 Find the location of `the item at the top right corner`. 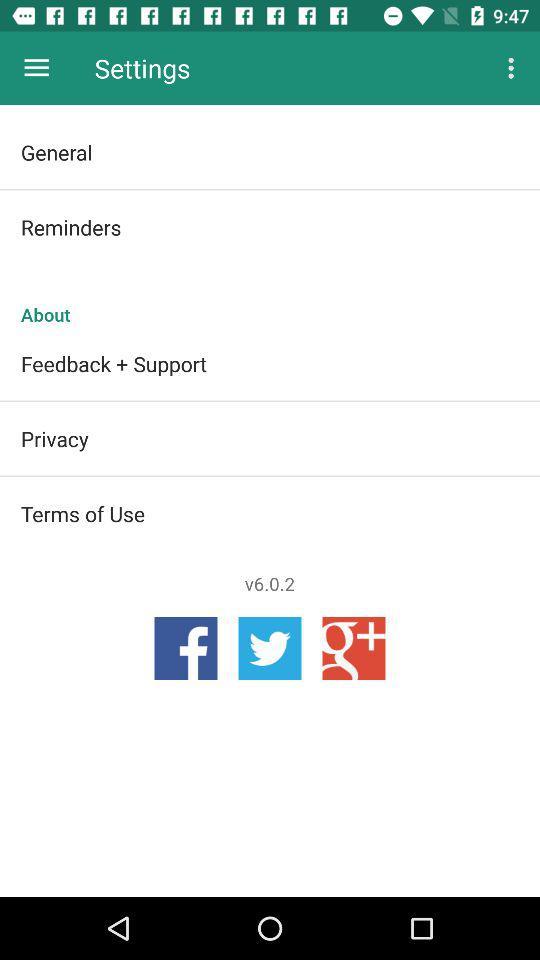

the item at the top right corner is located at coordinates (513, 68).